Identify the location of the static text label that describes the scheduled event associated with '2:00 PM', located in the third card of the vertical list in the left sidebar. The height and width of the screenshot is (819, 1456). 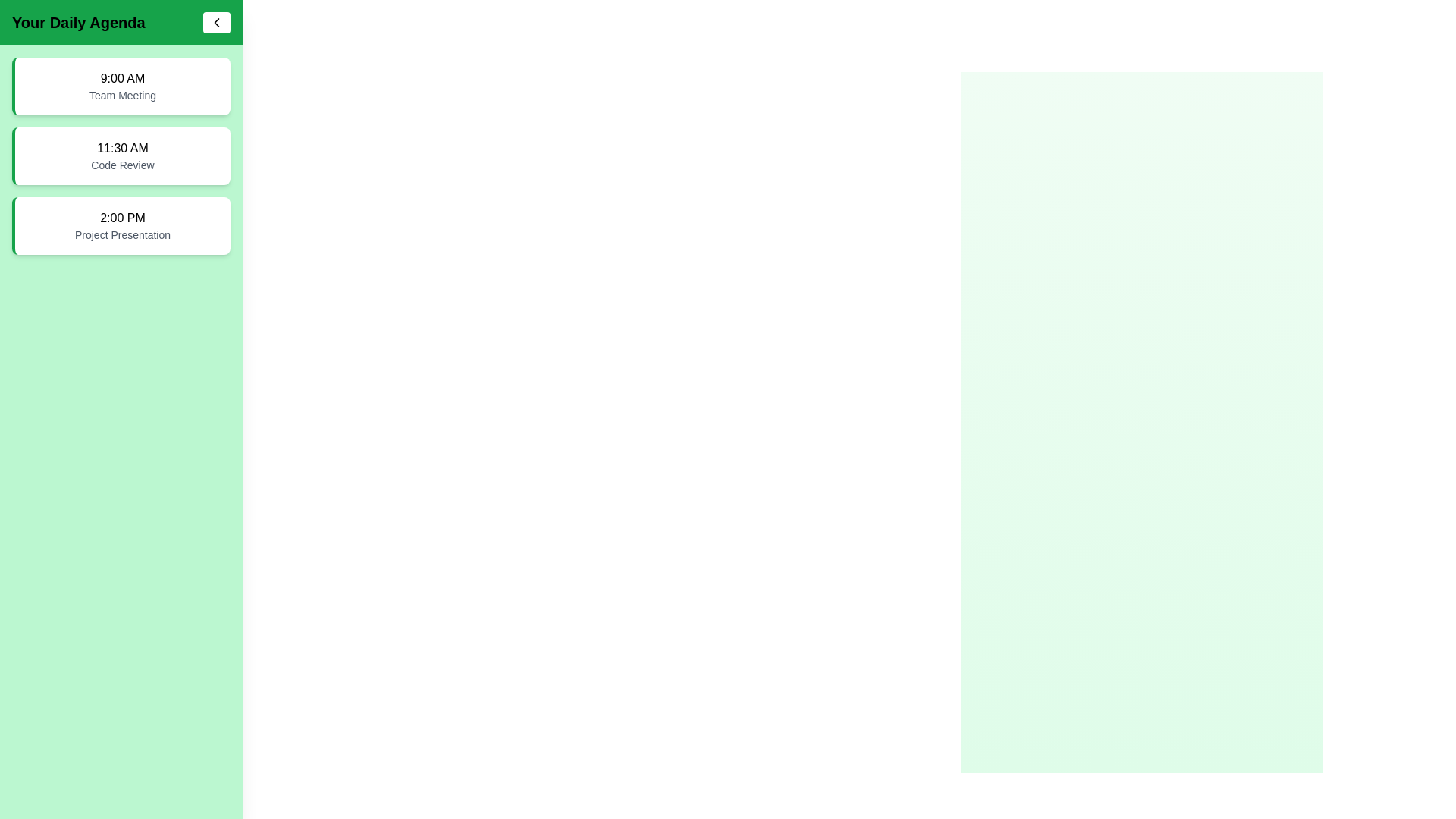
(123, 234).